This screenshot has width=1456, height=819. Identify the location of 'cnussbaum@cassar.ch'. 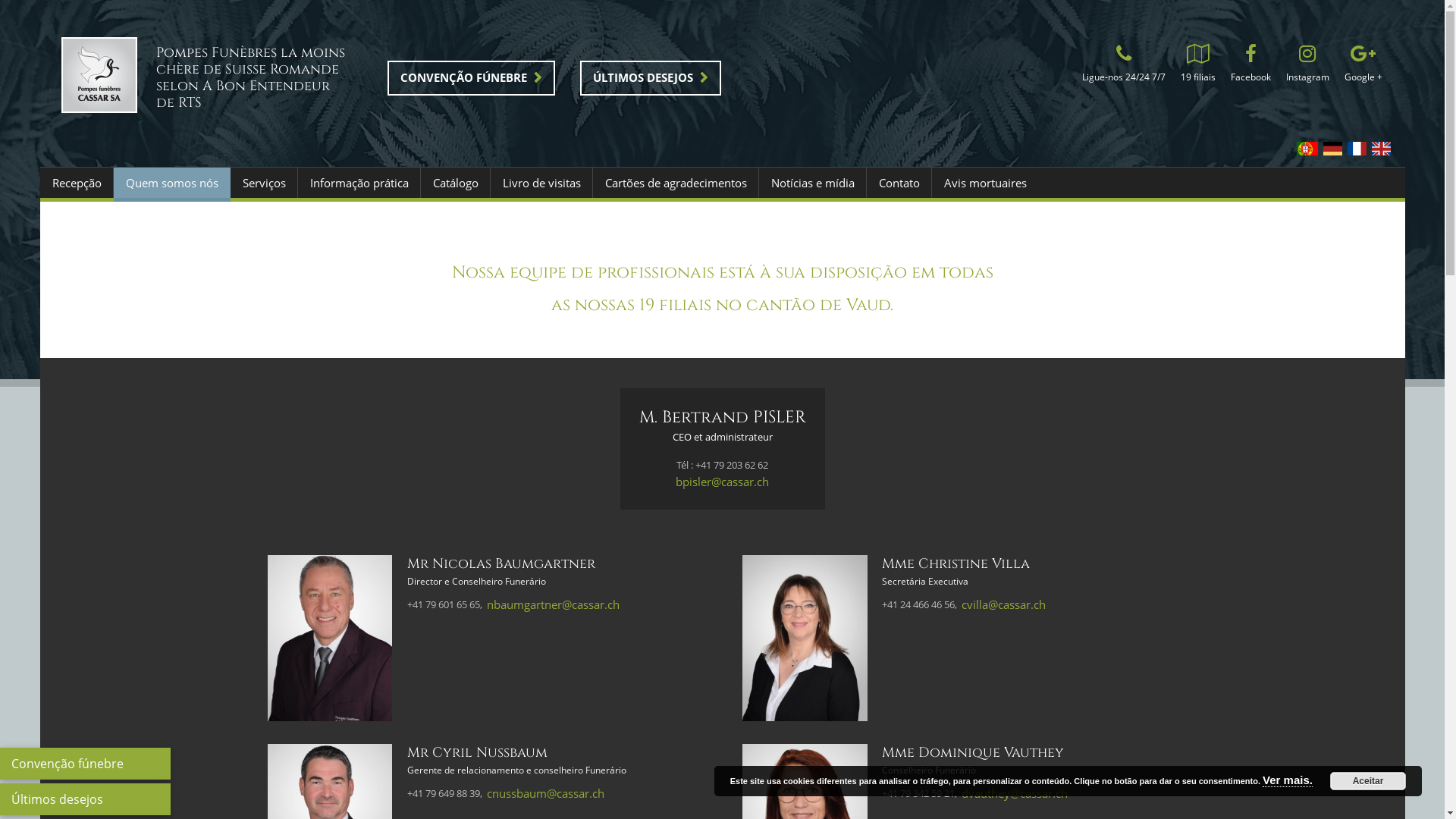
(545, 792).